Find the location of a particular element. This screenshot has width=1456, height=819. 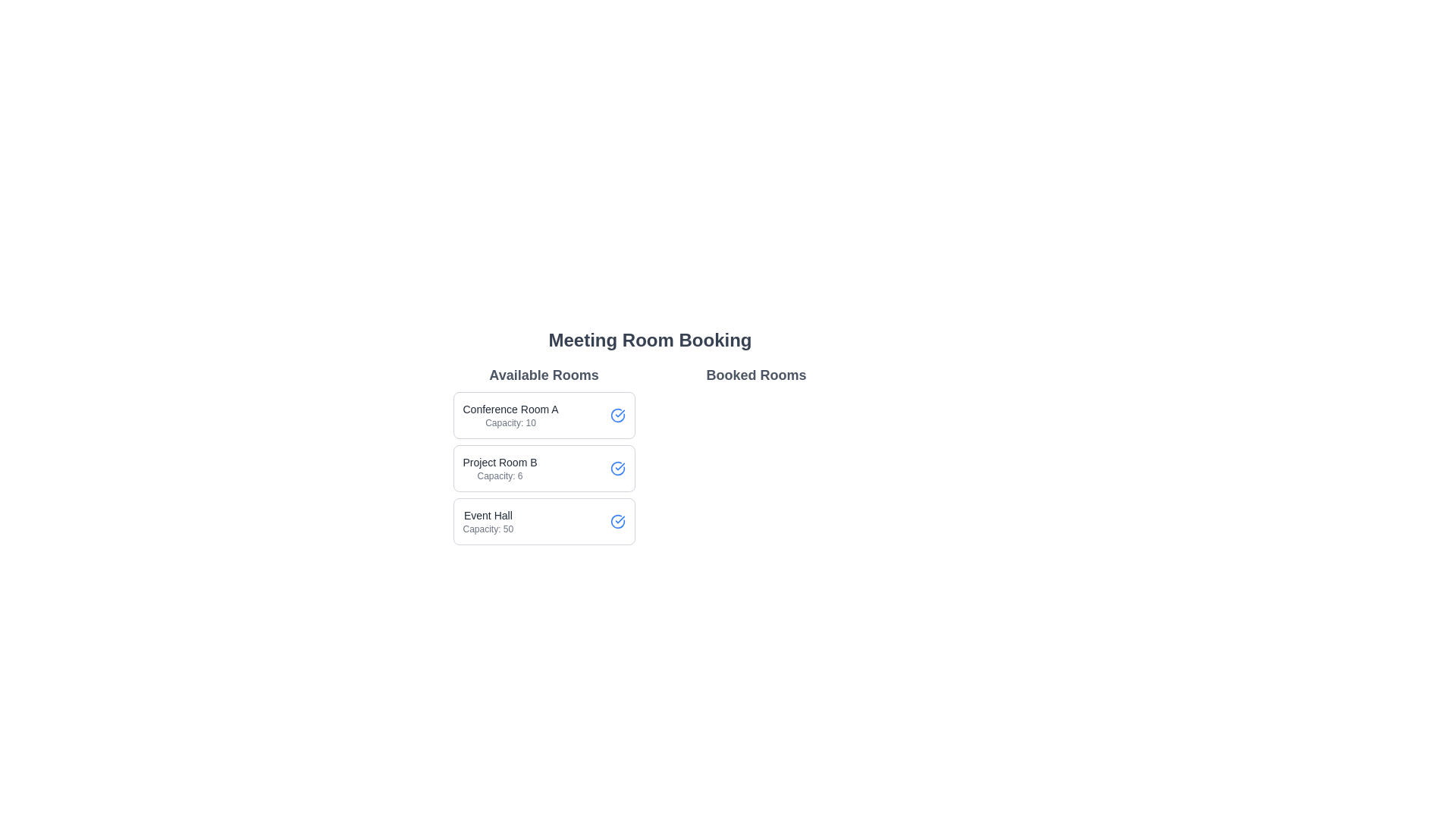

the Circle icon with a checkmark located in the 'Available Rooms' section of the 'Event Hall' room card, which is the third icon on the right side is located at coordinates (617, 520).